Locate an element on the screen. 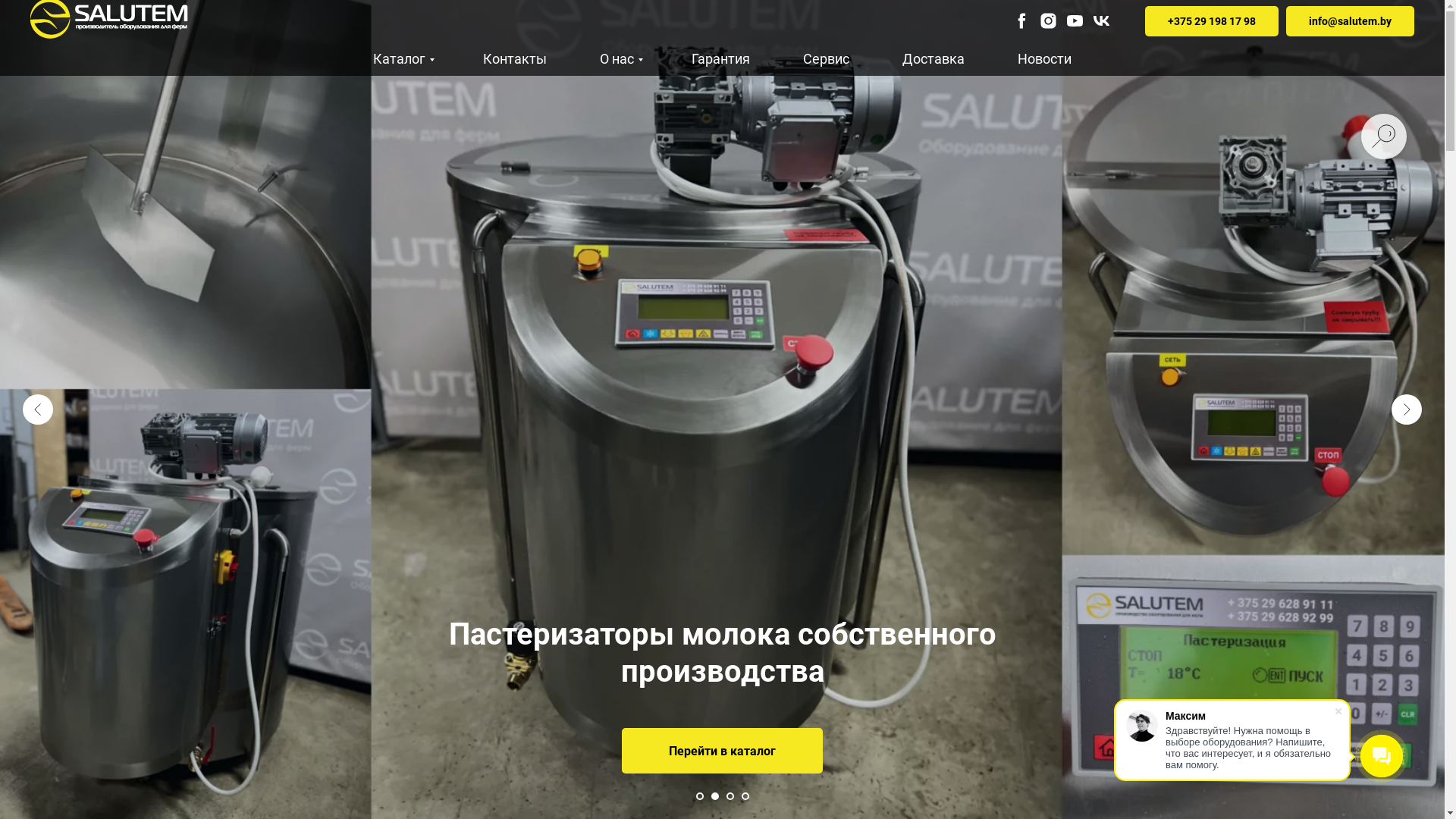 This screenshot has height=819, width=1456. 'info@salutem.by' is located at coordinates (1350, 20).